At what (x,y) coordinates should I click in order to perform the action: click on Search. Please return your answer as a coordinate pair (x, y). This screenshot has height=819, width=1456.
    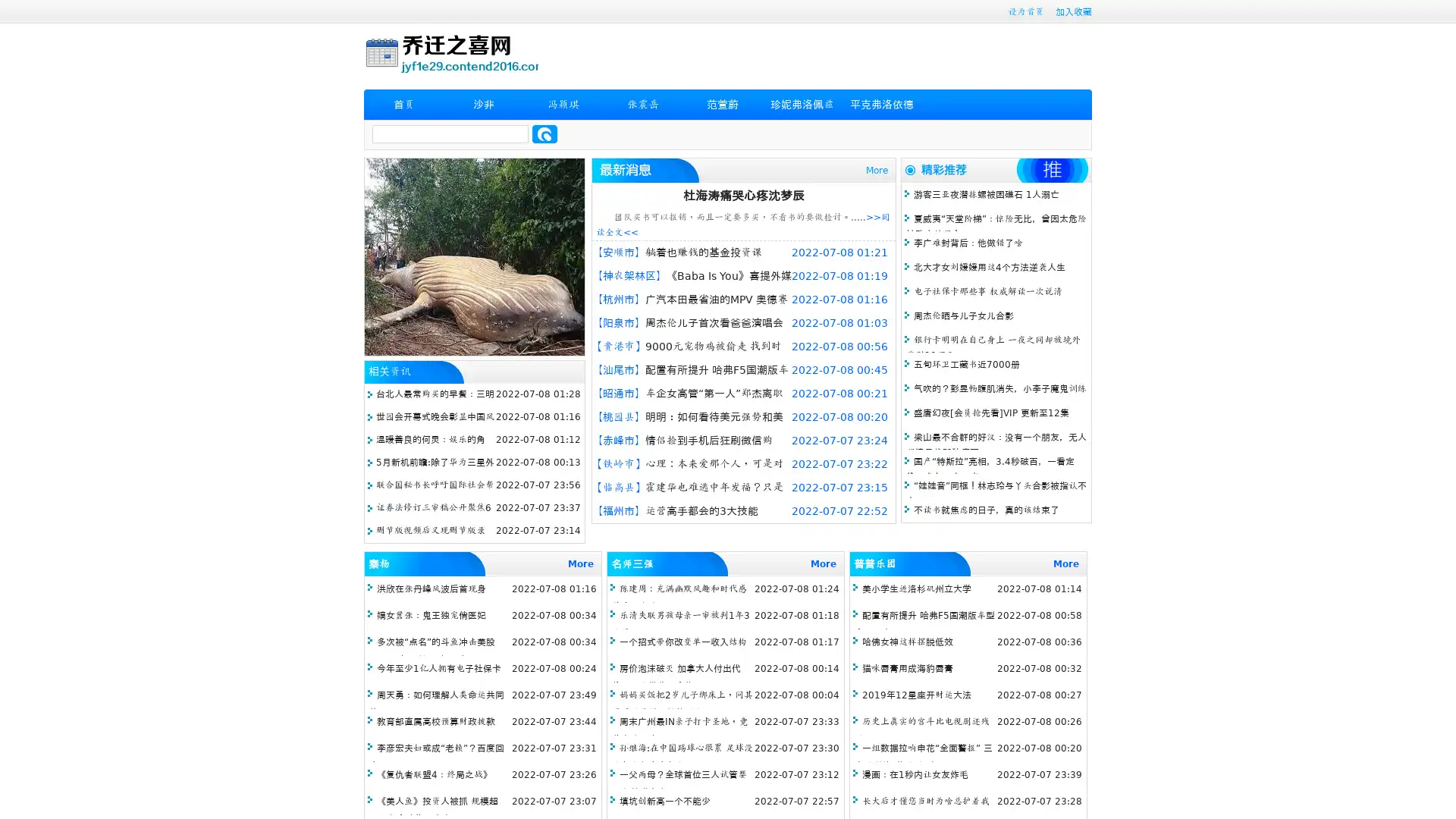
    Looking at the image, I should click on (544, 133).